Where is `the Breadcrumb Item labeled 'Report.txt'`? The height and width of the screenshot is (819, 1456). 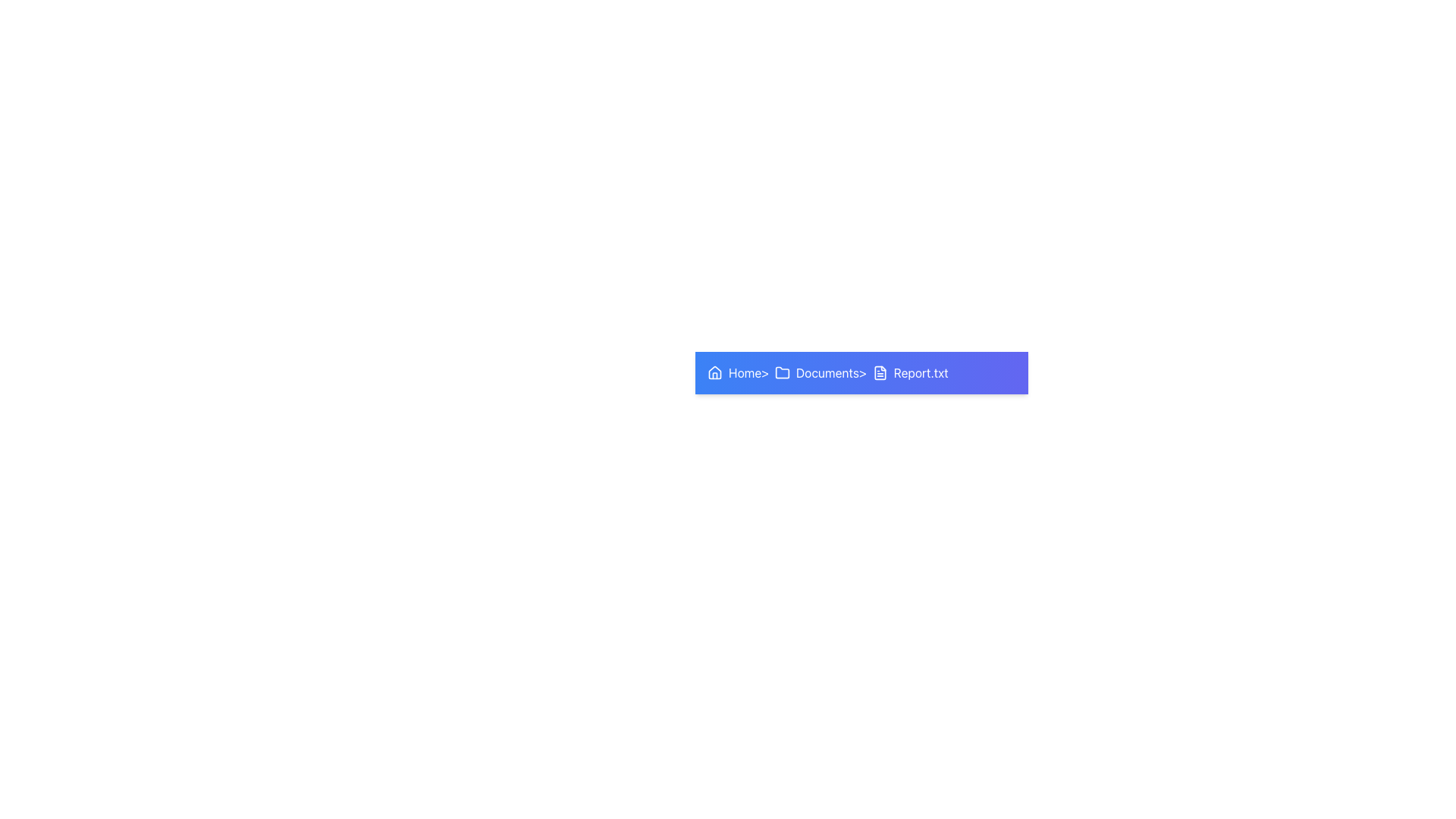
the Breadcrumb Item labeled 'Report.txt' is located at coordinates (910, 373).